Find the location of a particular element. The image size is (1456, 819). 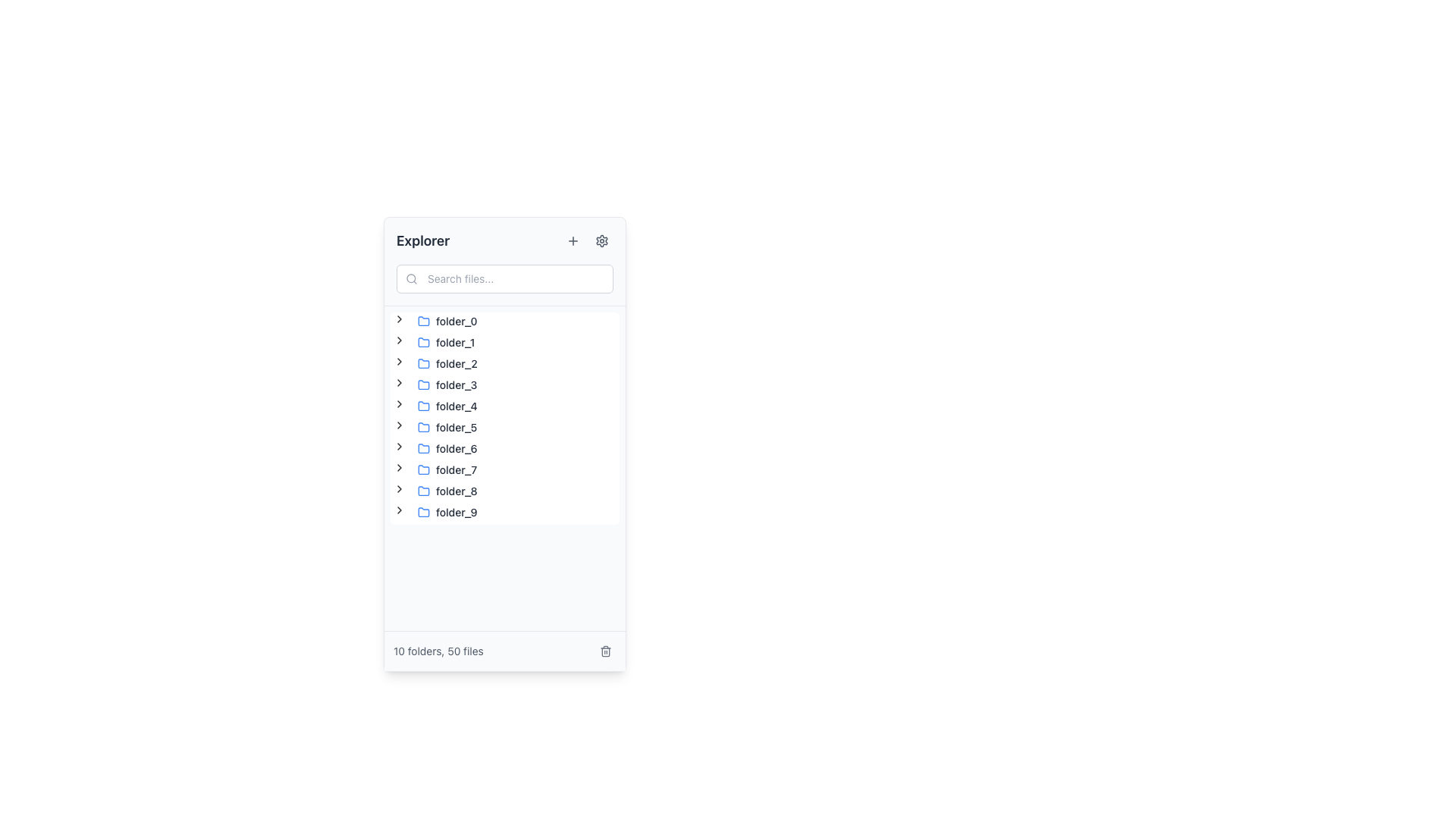

the fourth item is located at coordinates (436, 384).